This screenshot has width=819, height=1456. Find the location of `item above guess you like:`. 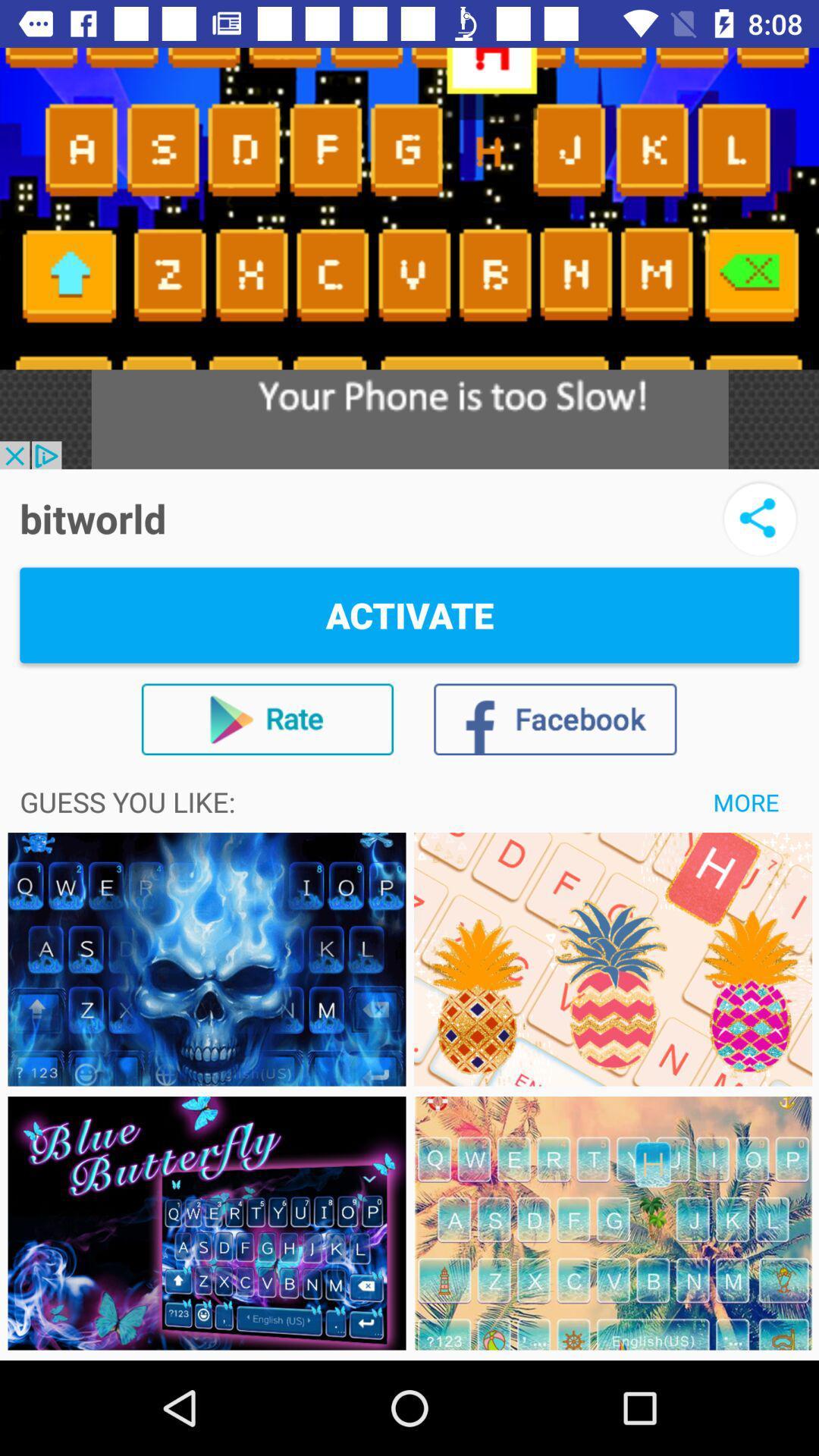

item above guess you like: is located at coordinates (266, 718).